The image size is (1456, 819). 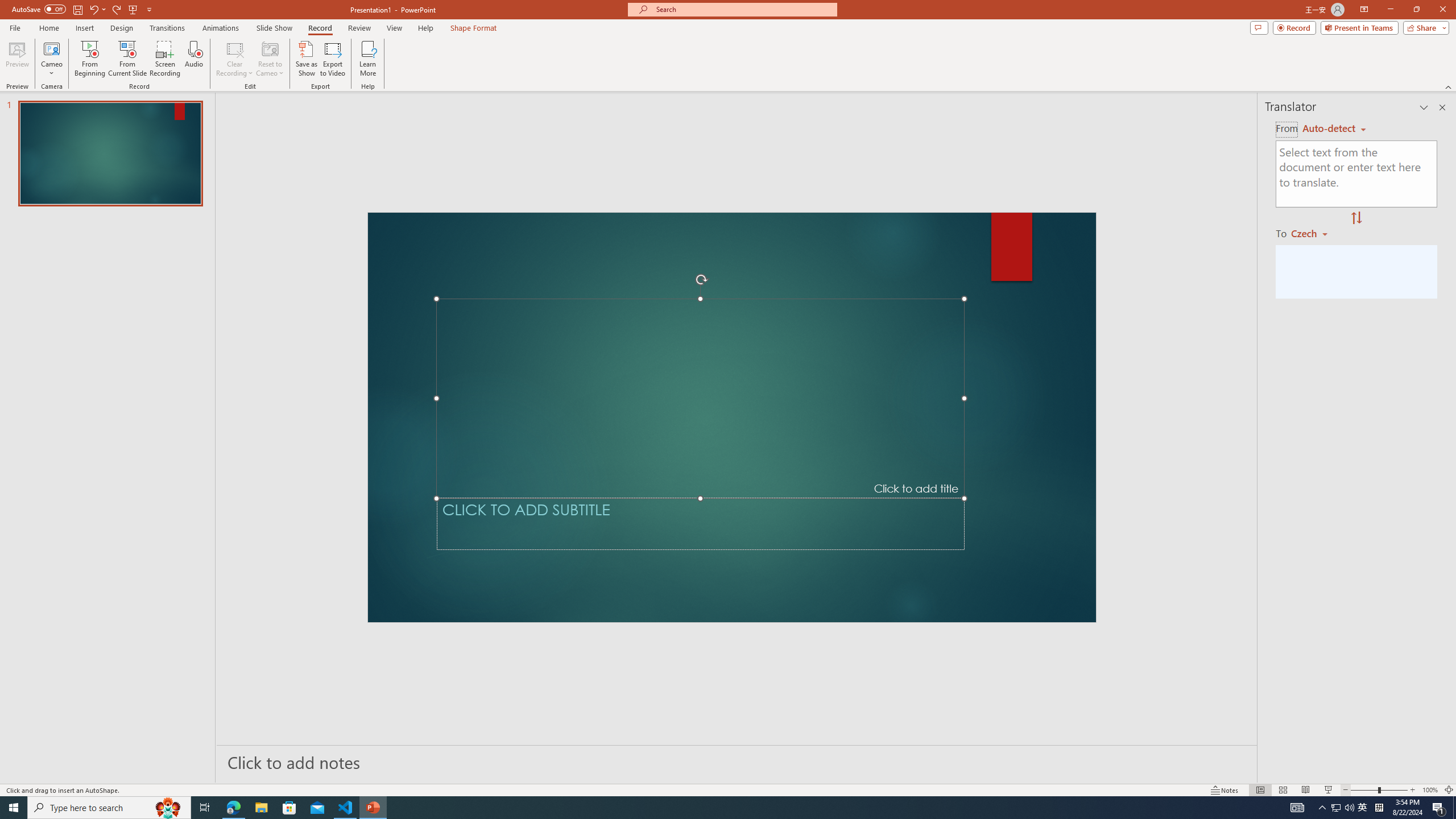 What do you see at coordinates (368, 59) in the screenshot?
I see `'Learn More'` at bounding box center [368, 59].